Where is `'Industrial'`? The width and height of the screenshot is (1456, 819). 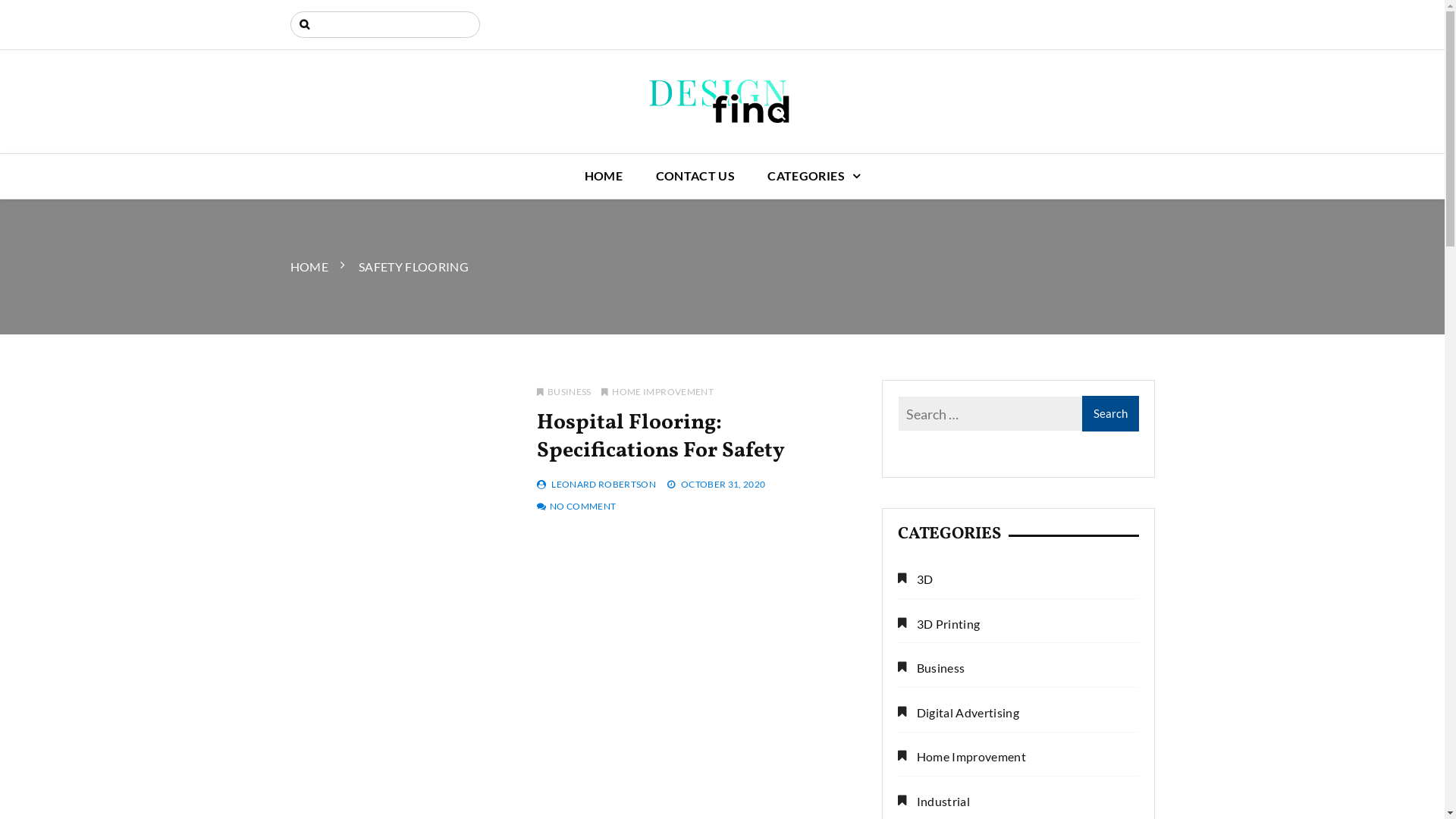
'Industrial' is located at coordinates (934, 801).